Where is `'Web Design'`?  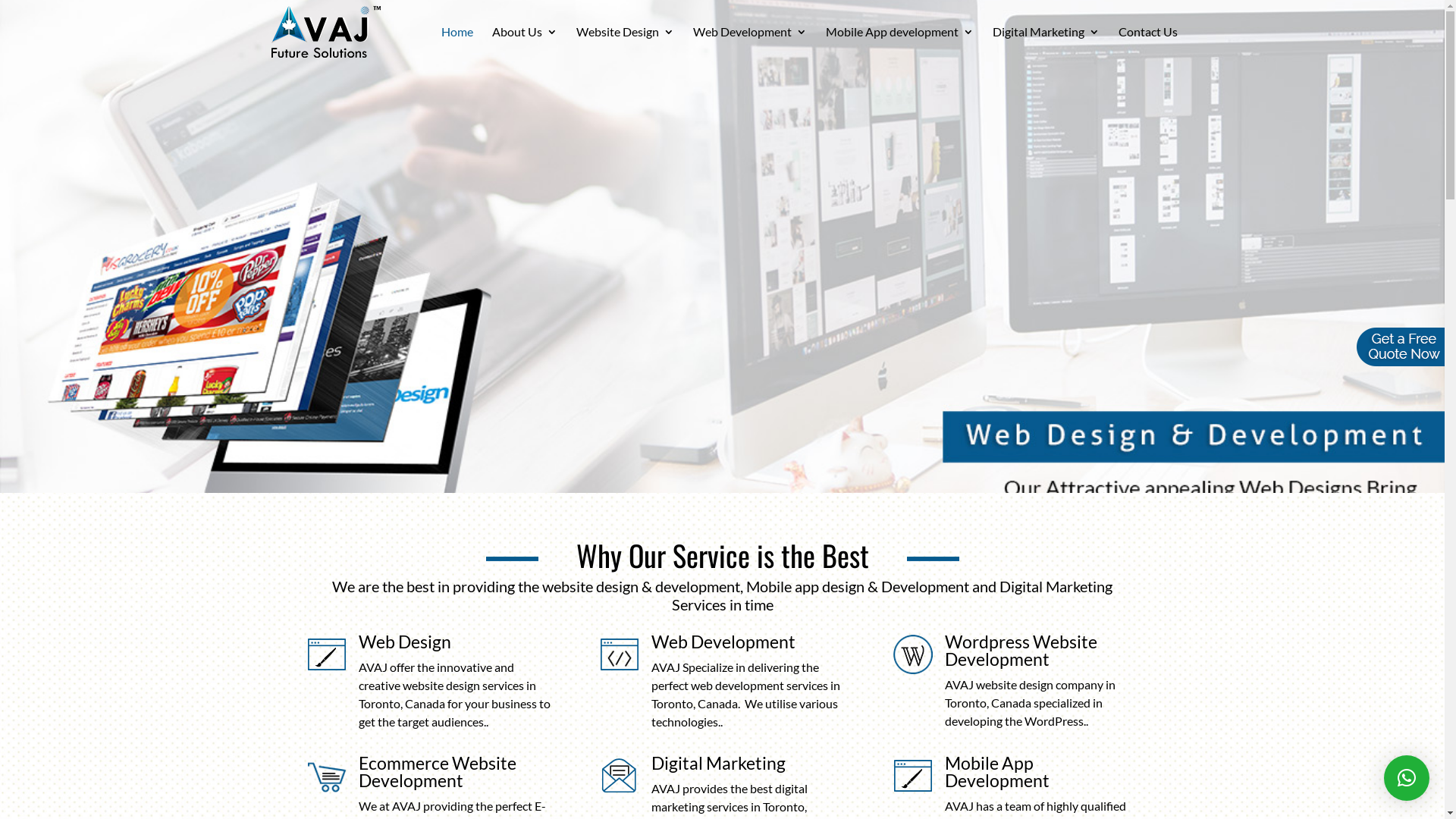 'Web Design' is located at coordinates (356, 641).